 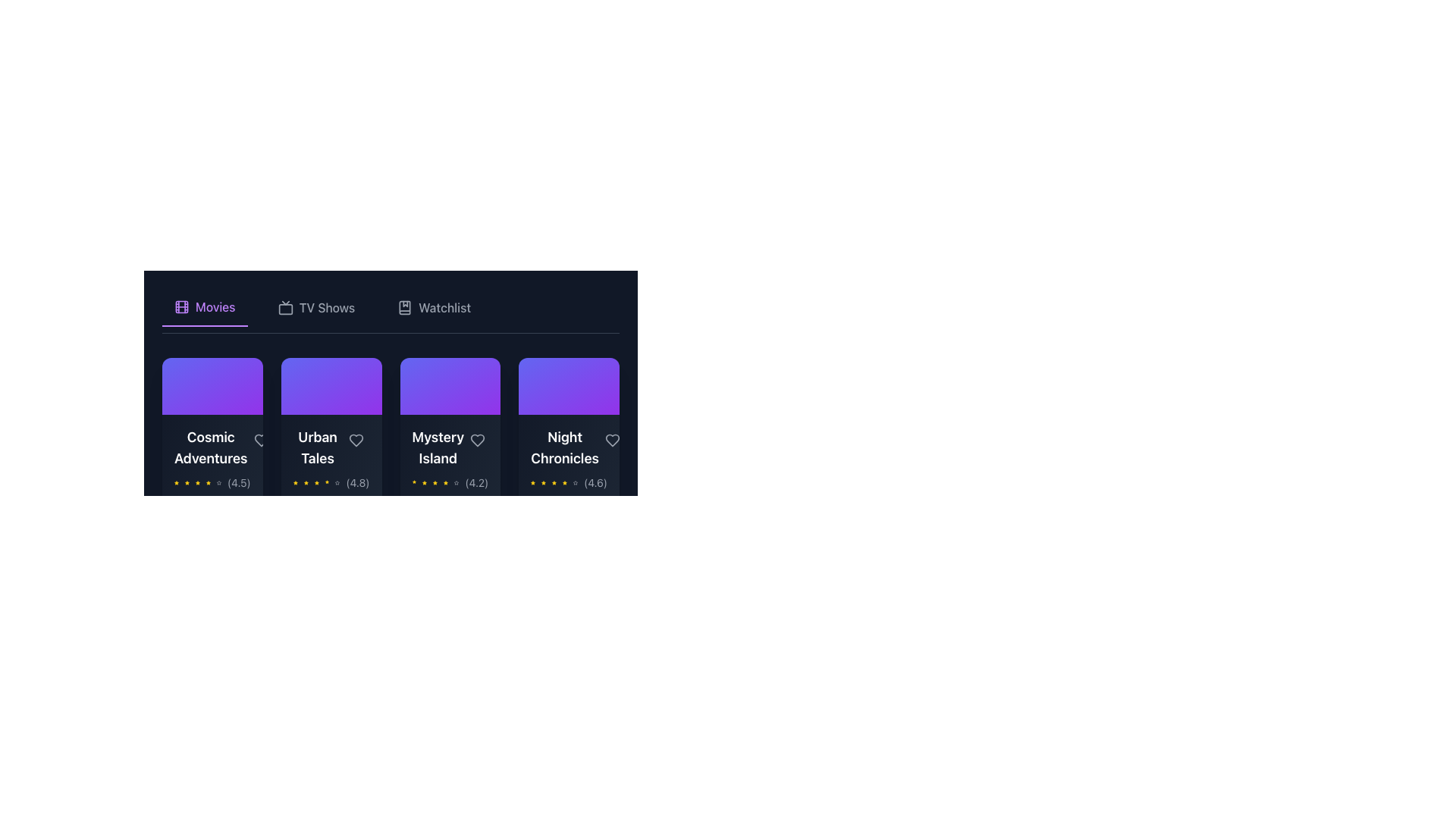 I want to click on the fifth star-shaped icon indicating an inactive rating for the movie 'Mystery Island.', so click(x=456, y=482).